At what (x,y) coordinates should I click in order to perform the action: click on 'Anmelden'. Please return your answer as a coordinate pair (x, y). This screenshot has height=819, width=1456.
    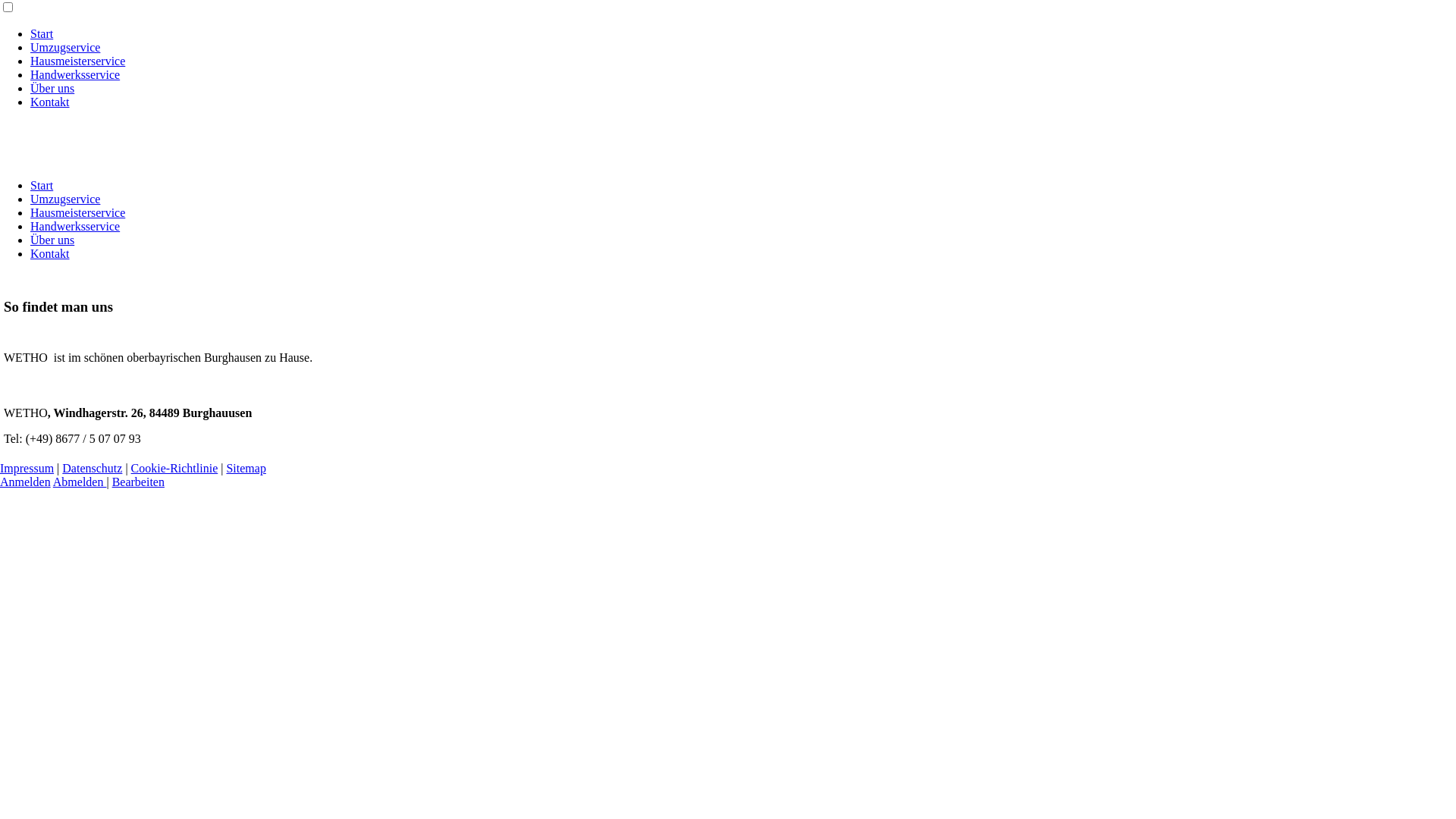
    Looking at the image, I should click on (25, 482).